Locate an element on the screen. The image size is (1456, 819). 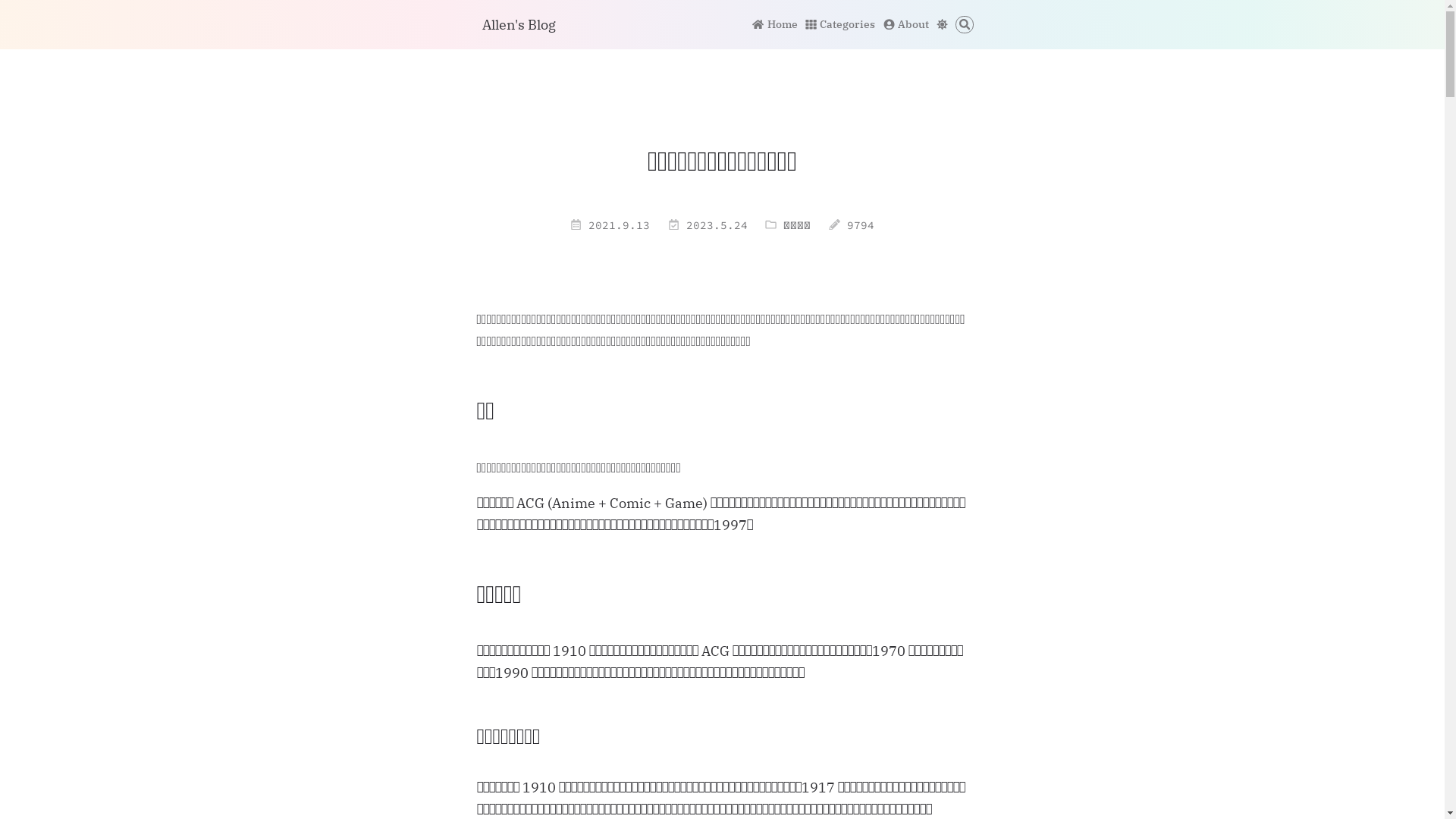
'Categories' is located at coordinates (839, 24).